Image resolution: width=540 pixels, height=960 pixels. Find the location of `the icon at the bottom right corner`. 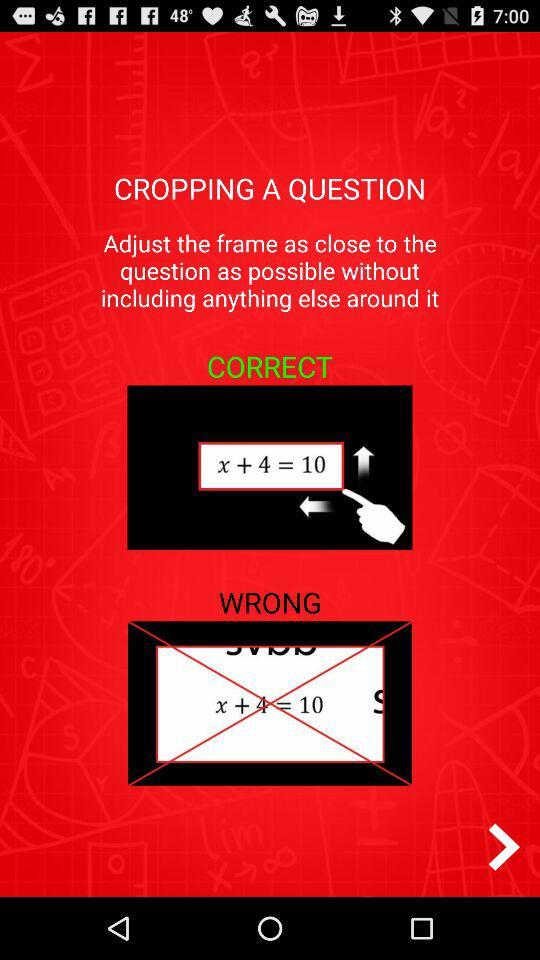

the icon at the bottom right corner is located at coordinates (503, 846).